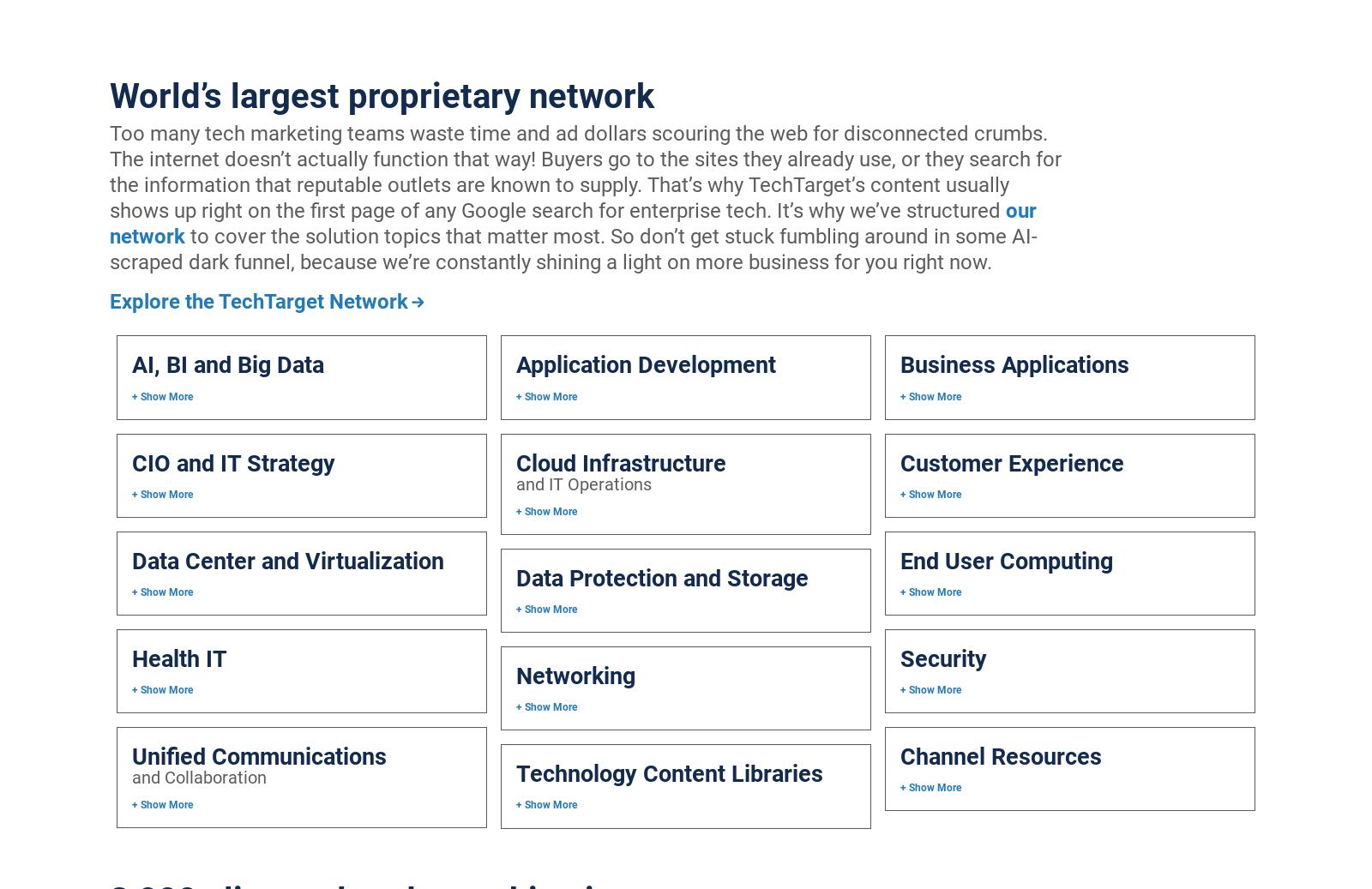 This screenshot has width=1372, height=889. Describe the element at coordinates (661, 578) in the screenshot. I see `'Data Protection and Storage'` at that location.